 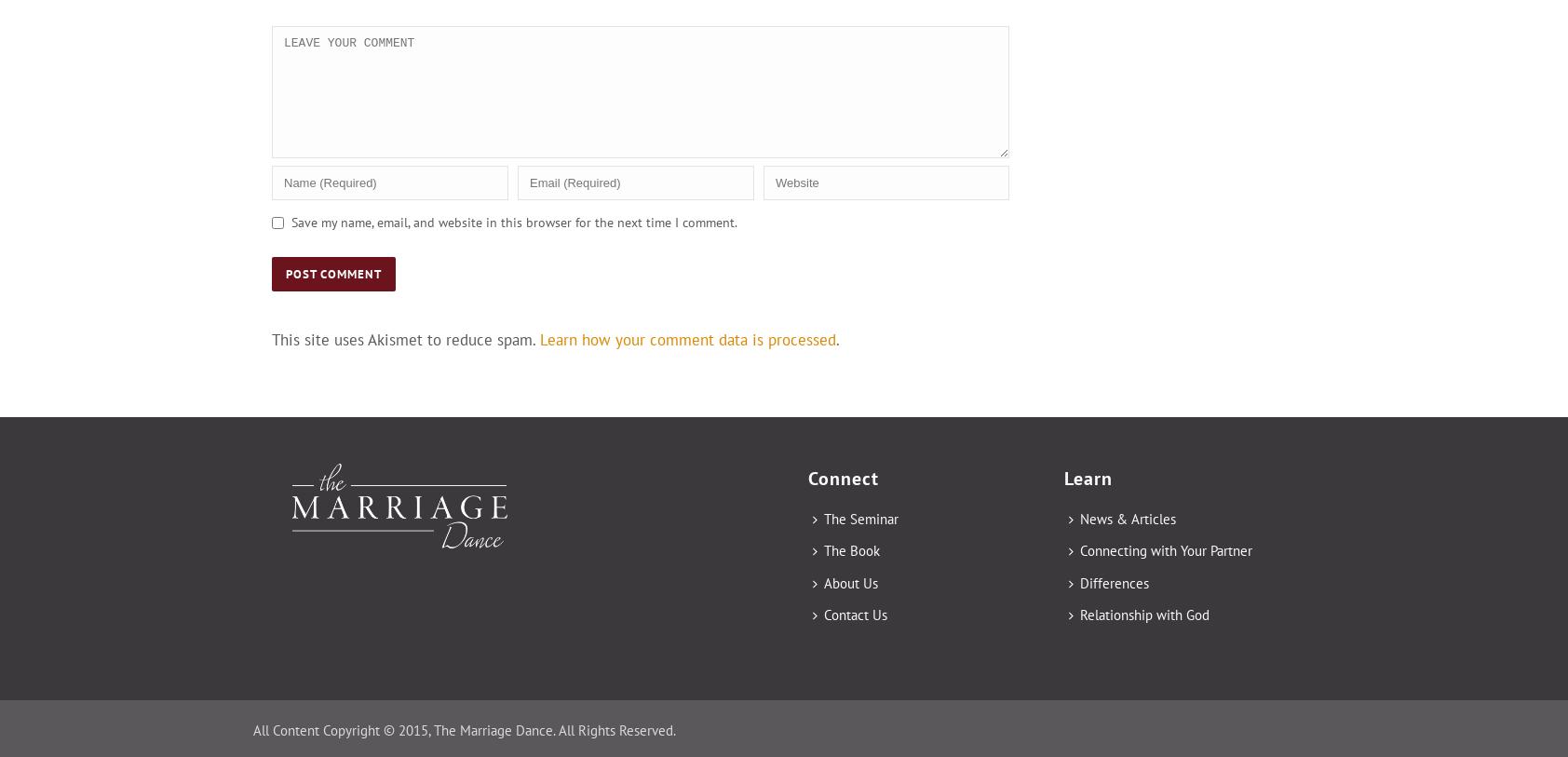 I want to click on 'News & Articles', so click(x=1128, y=518).